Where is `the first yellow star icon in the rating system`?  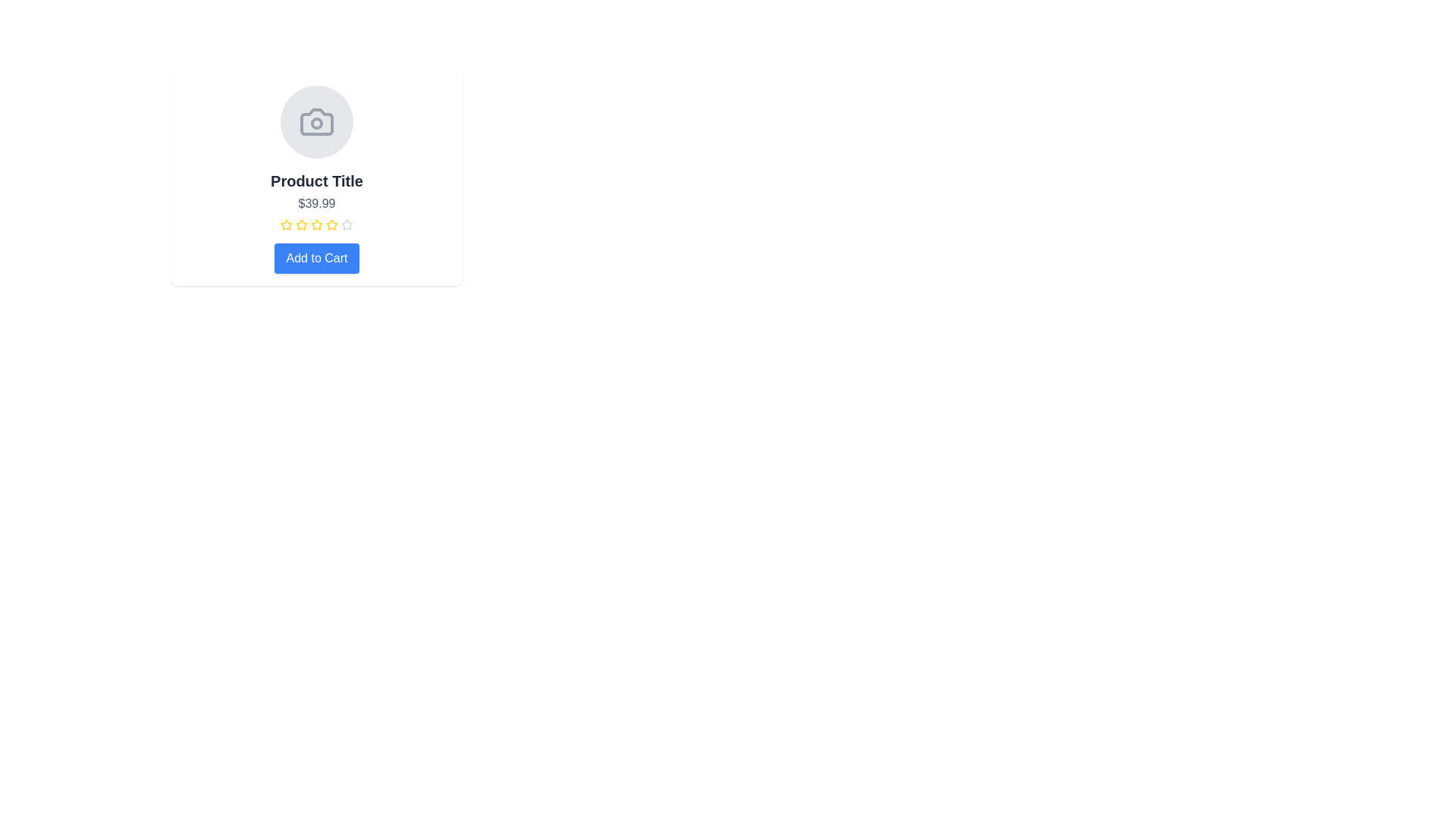
the first yellow star icon in the rating system is located at coordinates (287, 225).